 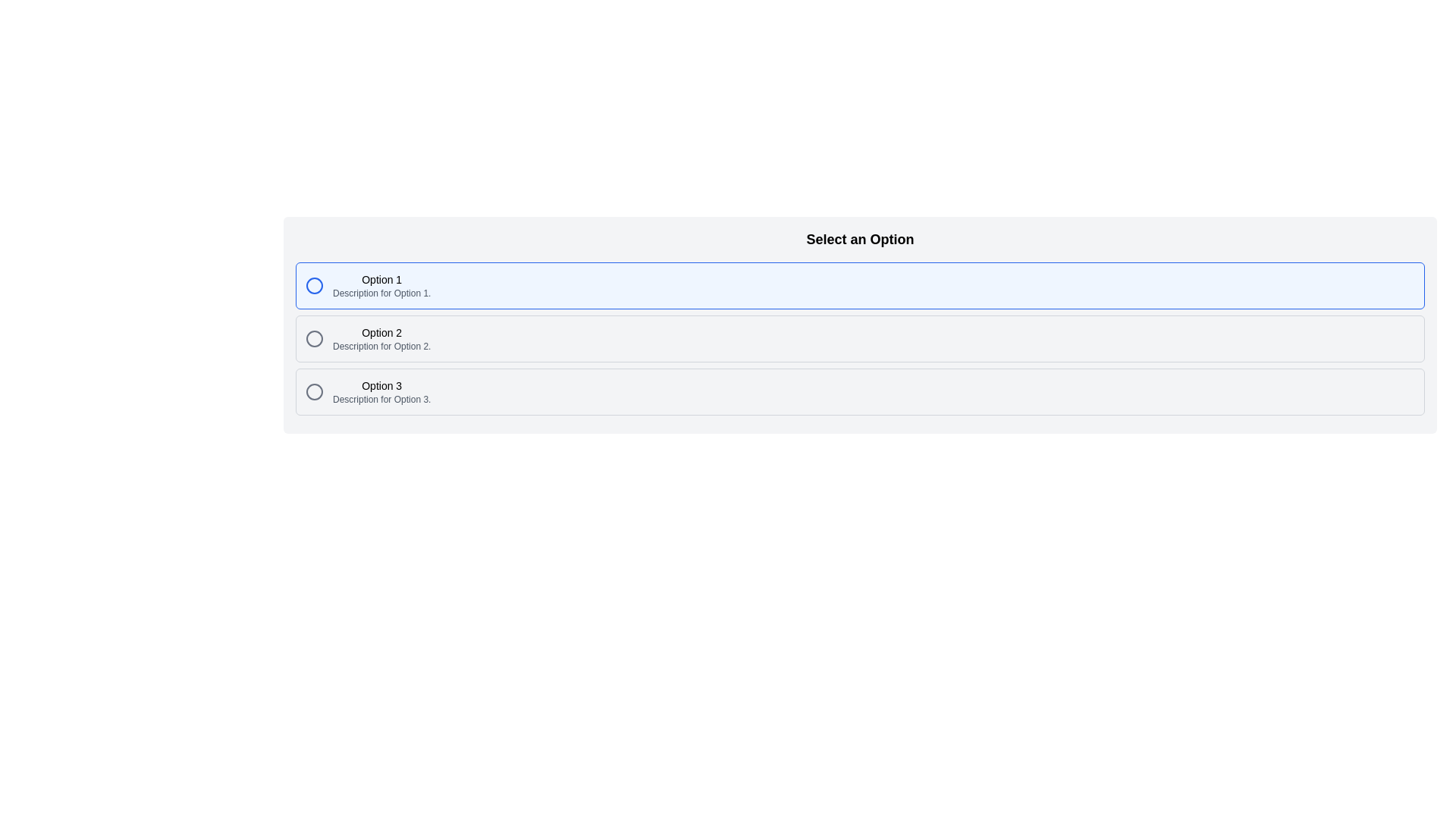 What do you see at coordinates (381, 338) in the screenshot?
I see `the descriptive text label for 'Option 2', which provides both a title and subtitle for the associated option, positioned between 'Option 1' and 'Option 3'` at bounding box center [381, 338].